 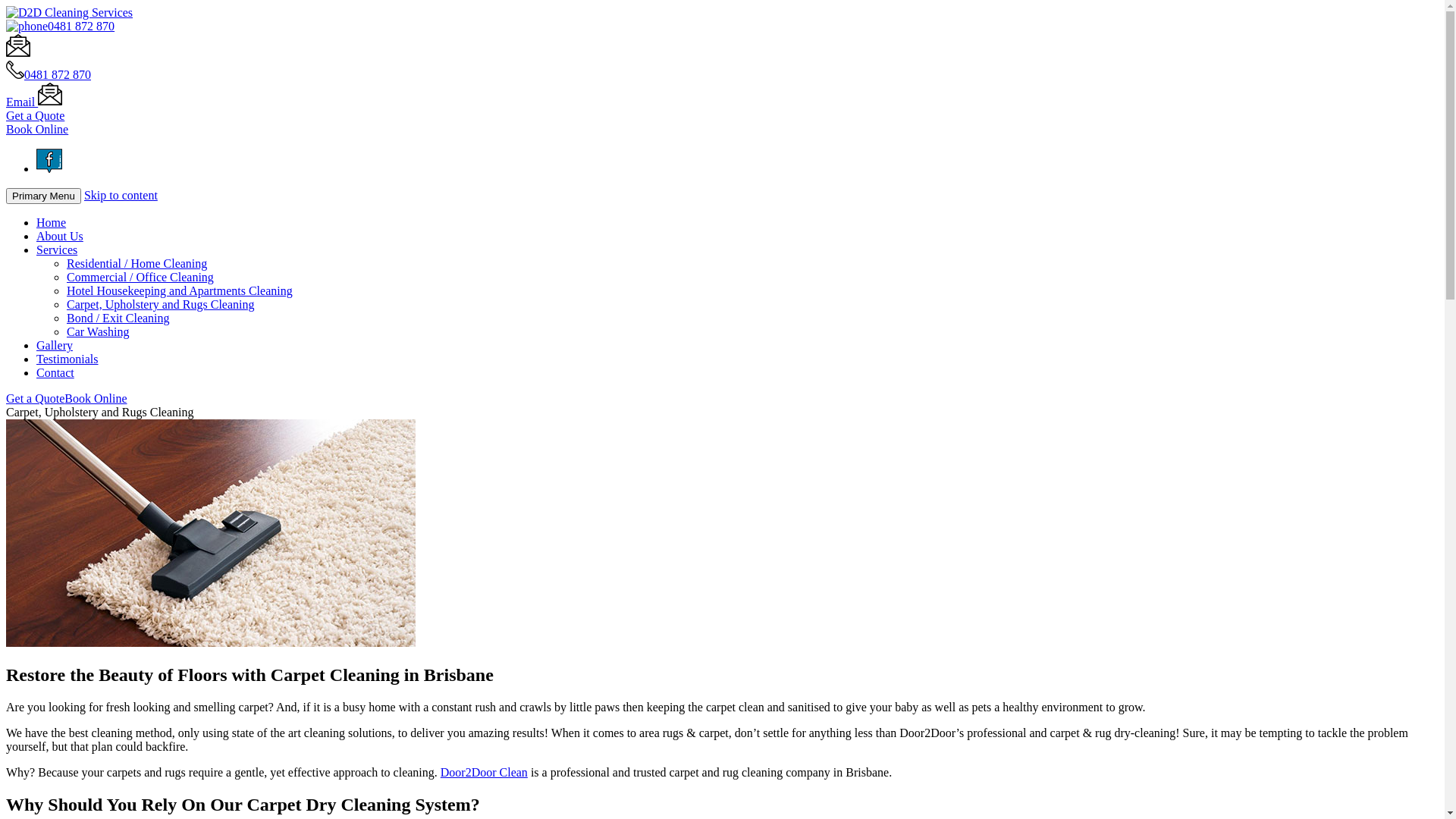 I want to click on 'Residential / Home Cleaning', so click(x=136, y=262).